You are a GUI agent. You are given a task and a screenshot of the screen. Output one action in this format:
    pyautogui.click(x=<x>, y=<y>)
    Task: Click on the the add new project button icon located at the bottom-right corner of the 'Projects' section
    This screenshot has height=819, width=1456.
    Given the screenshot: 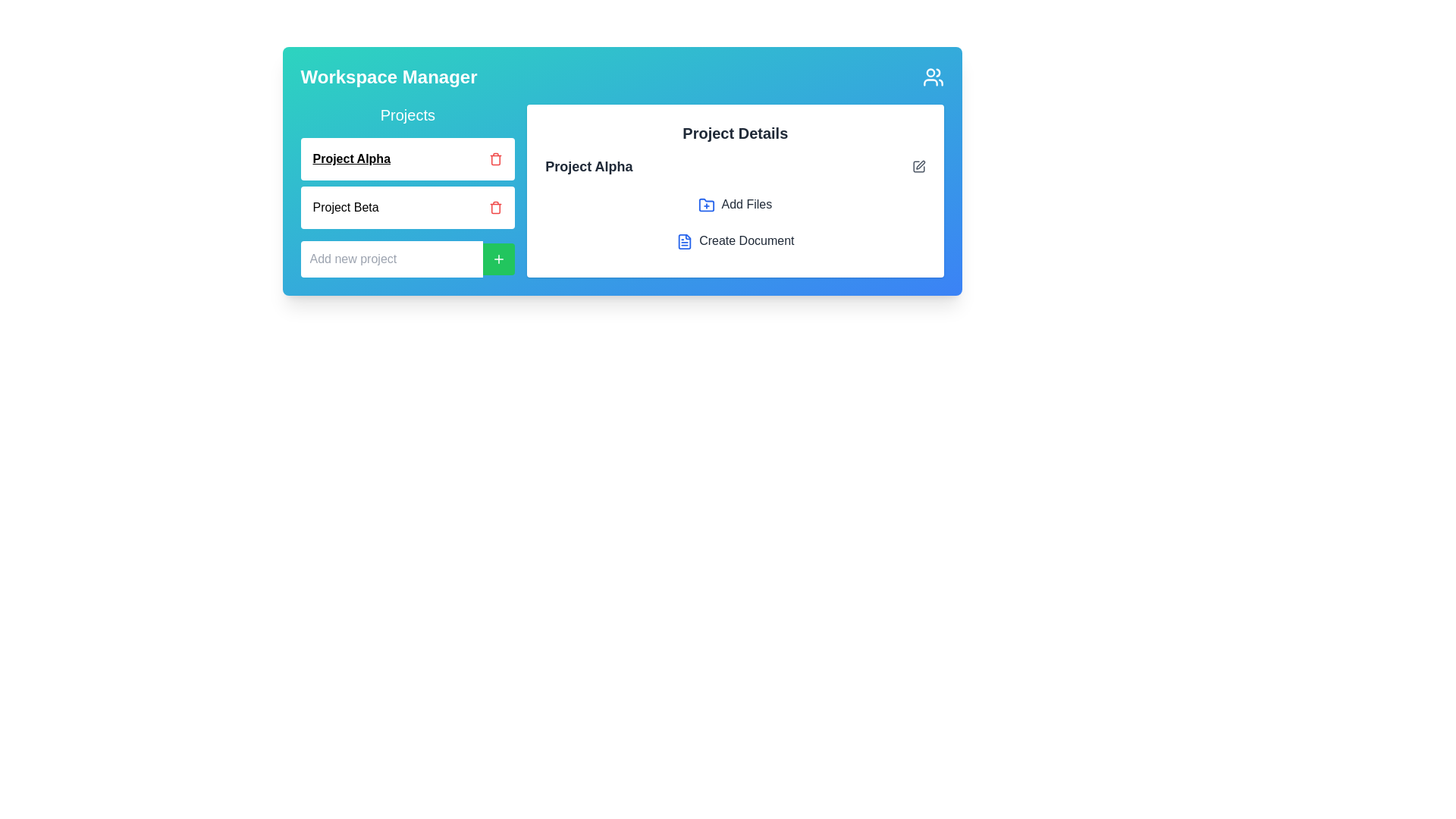 What is the action you would take?
    pyautogui.click(x=499, y=259)
    